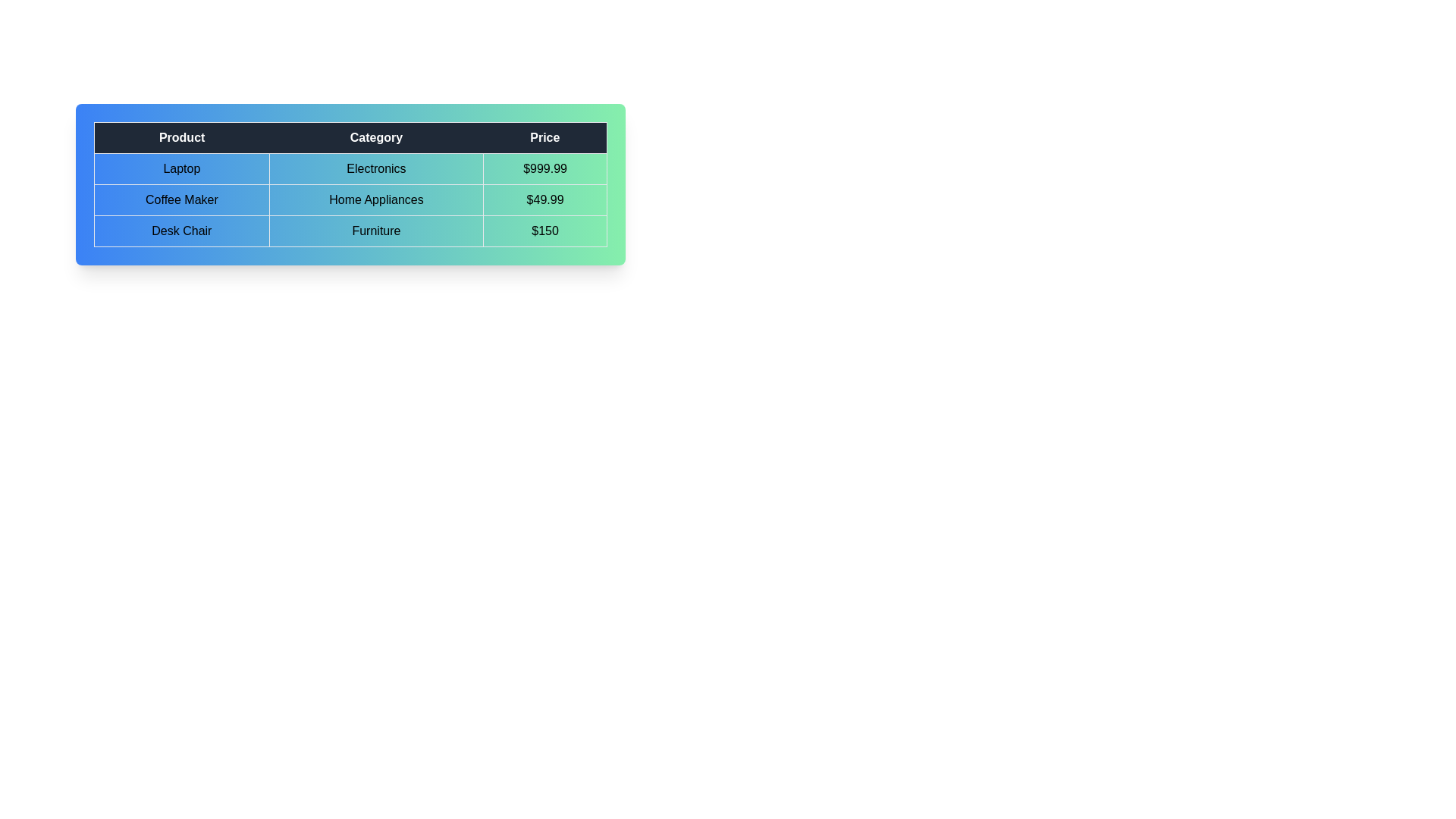  Describe the element at coordinates (545, 199) in the screenshot. I see `the price information text element for the Coffee Maker in the second row of the table, located in the rightmost column under the 'Price' header` at that location.